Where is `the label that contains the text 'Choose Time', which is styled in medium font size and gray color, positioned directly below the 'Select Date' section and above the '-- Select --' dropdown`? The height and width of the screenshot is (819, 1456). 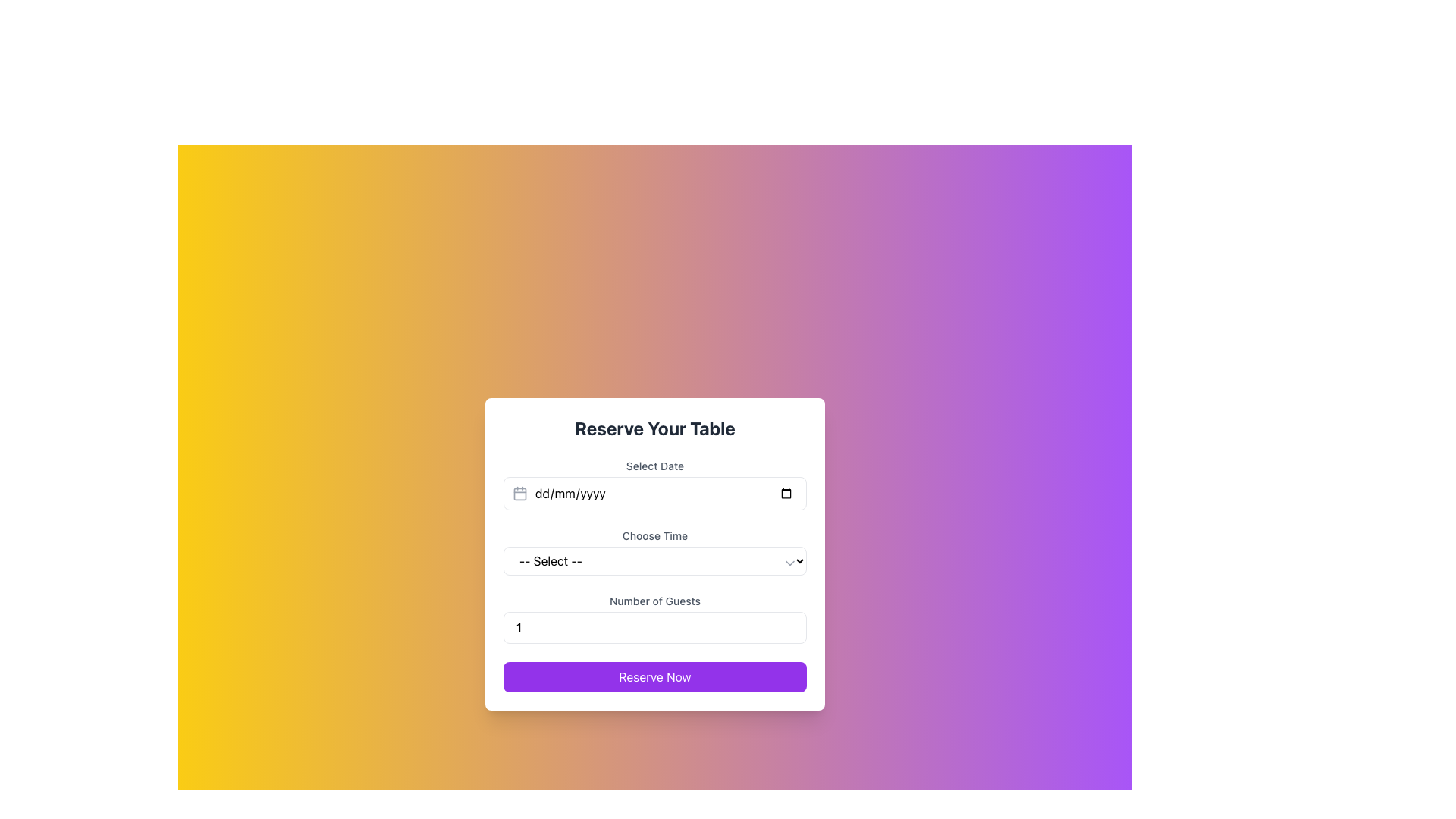
the label that contains the text 'Choose Time', which is styled in medium font size and gray color, positioned directly below the 'Select Date' section and above the '-- Select --' dropdown is located at coordinates (655, 535).